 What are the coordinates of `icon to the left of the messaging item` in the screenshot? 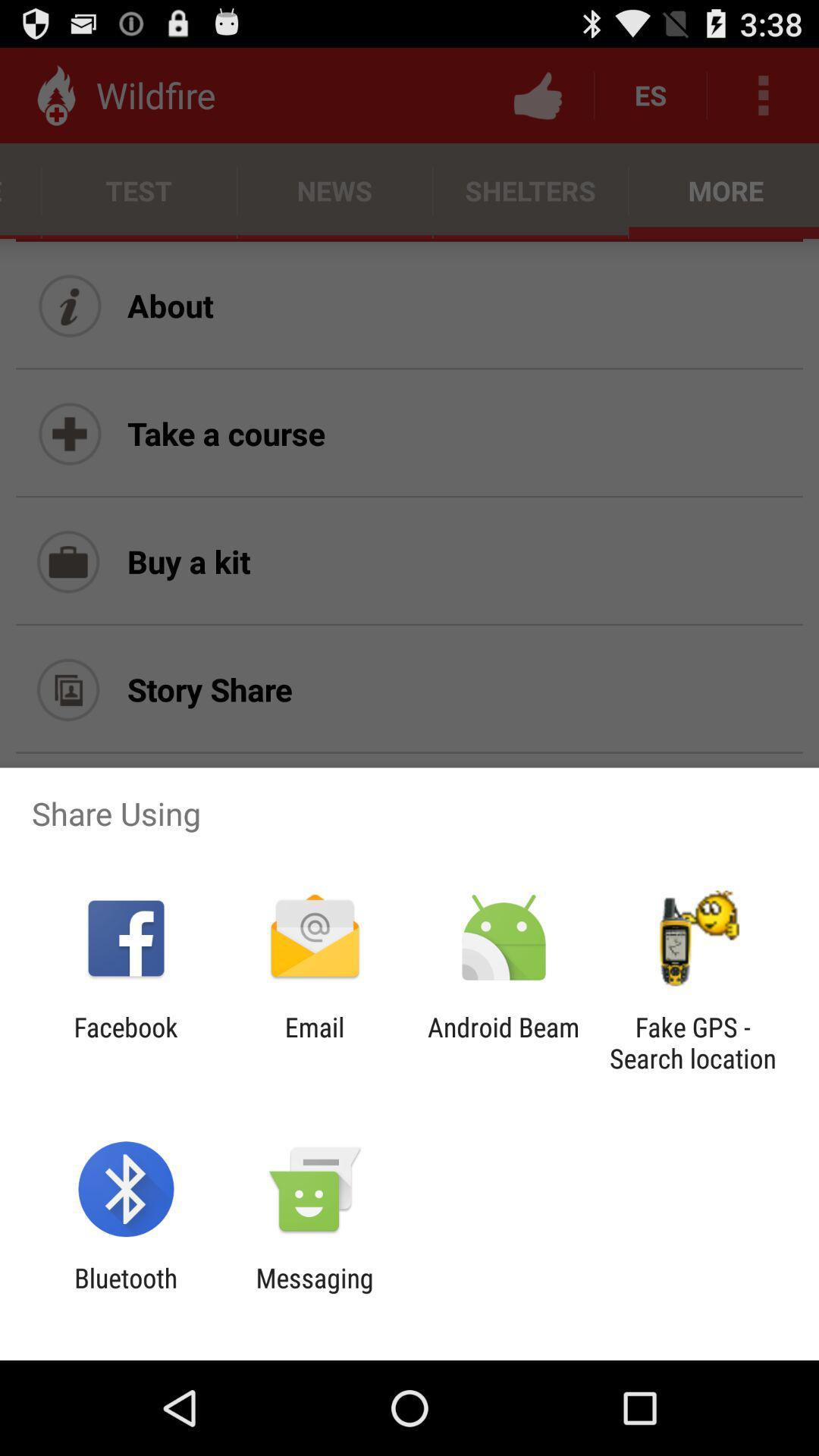 It's located at (125, 1293).